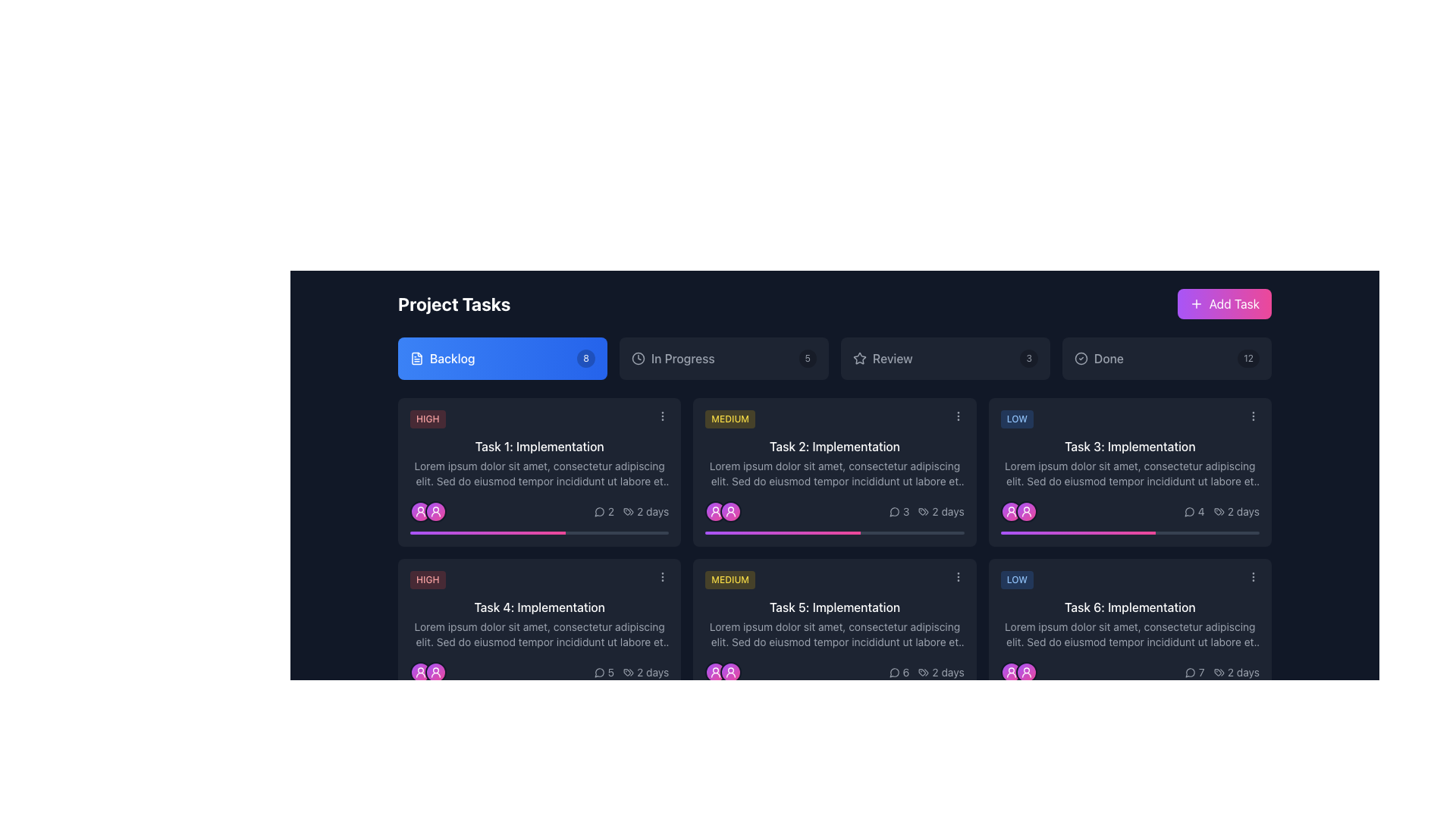 The image size is (1456, 819). I want to click on the circular avatar with a gradient fill transitioning from purple to pink and a white border, located in the 'Task 4: Implementation' card, so click(435, 672).